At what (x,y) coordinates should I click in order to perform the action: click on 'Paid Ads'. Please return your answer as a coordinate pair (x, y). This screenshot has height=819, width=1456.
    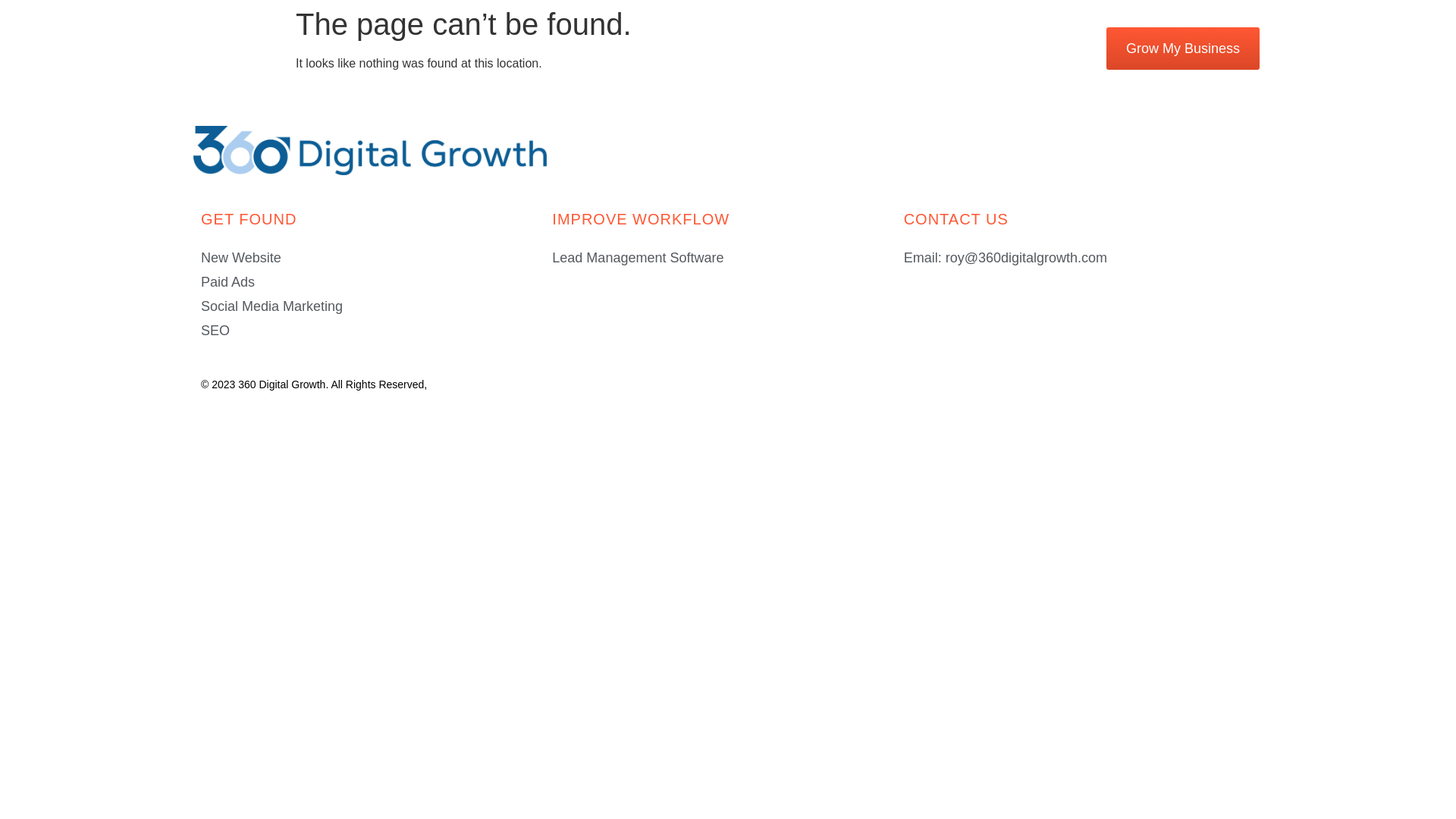
    Looking at the image, I should click on (376, 282).